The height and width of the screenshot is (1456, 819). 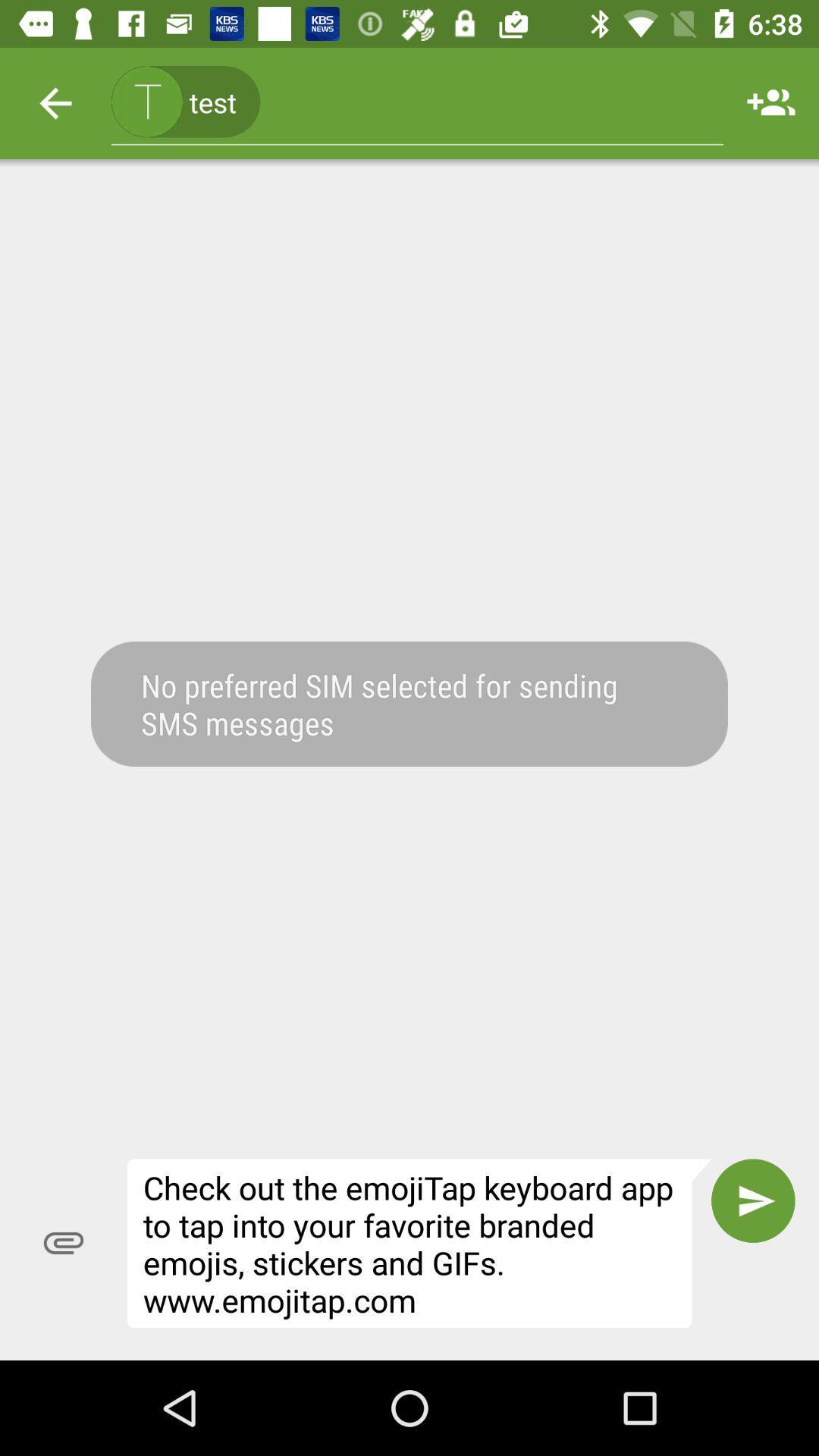 What do you see at coordinates (55, 102) in the screenshot?
I see `the icon to the left of (415) 123-4567,  icon` at bounding box center [55, 102].